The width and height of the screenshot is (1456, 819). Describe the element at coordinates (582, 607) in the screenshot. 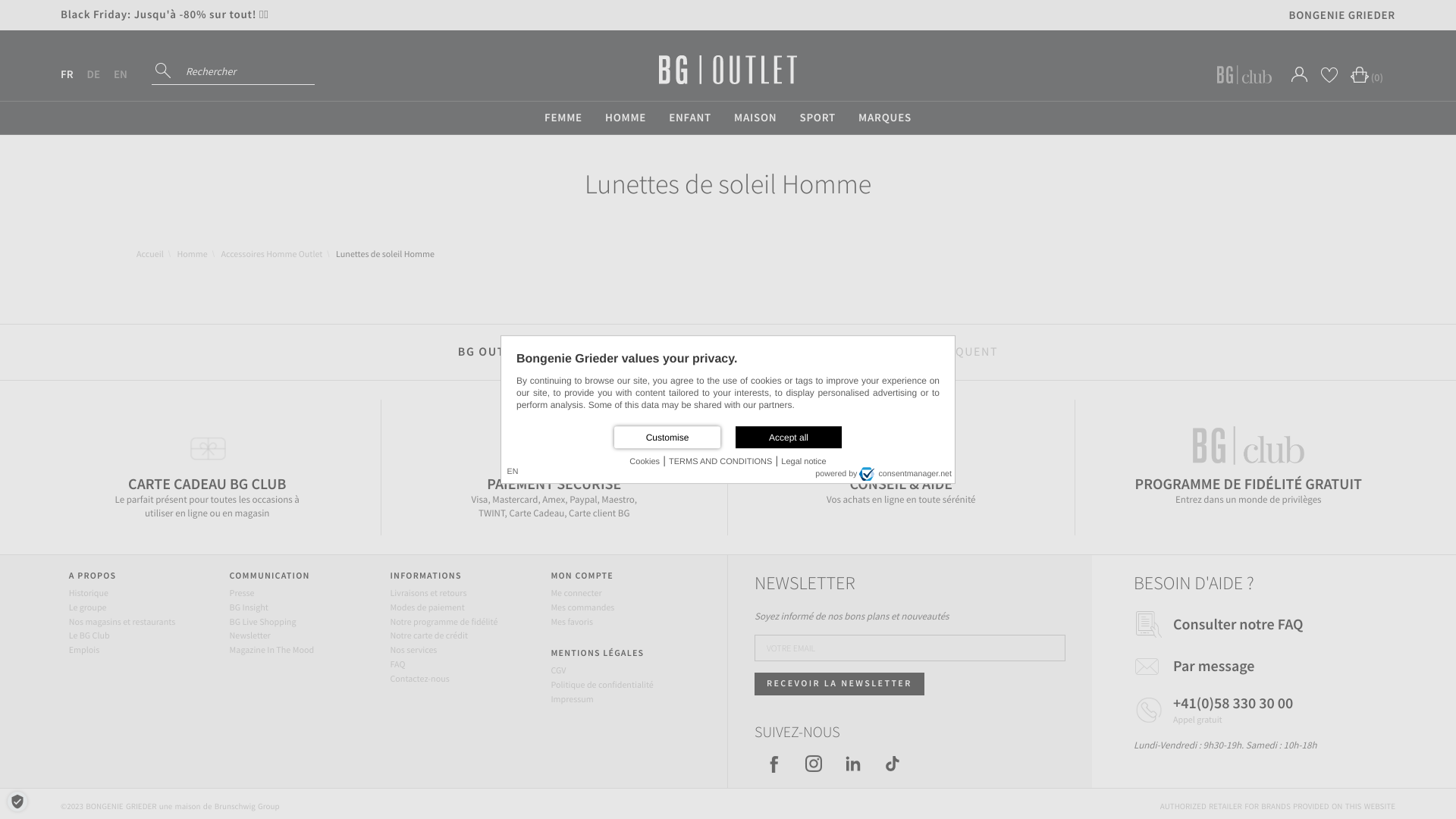

I see `'Mes commandes'` at that location.